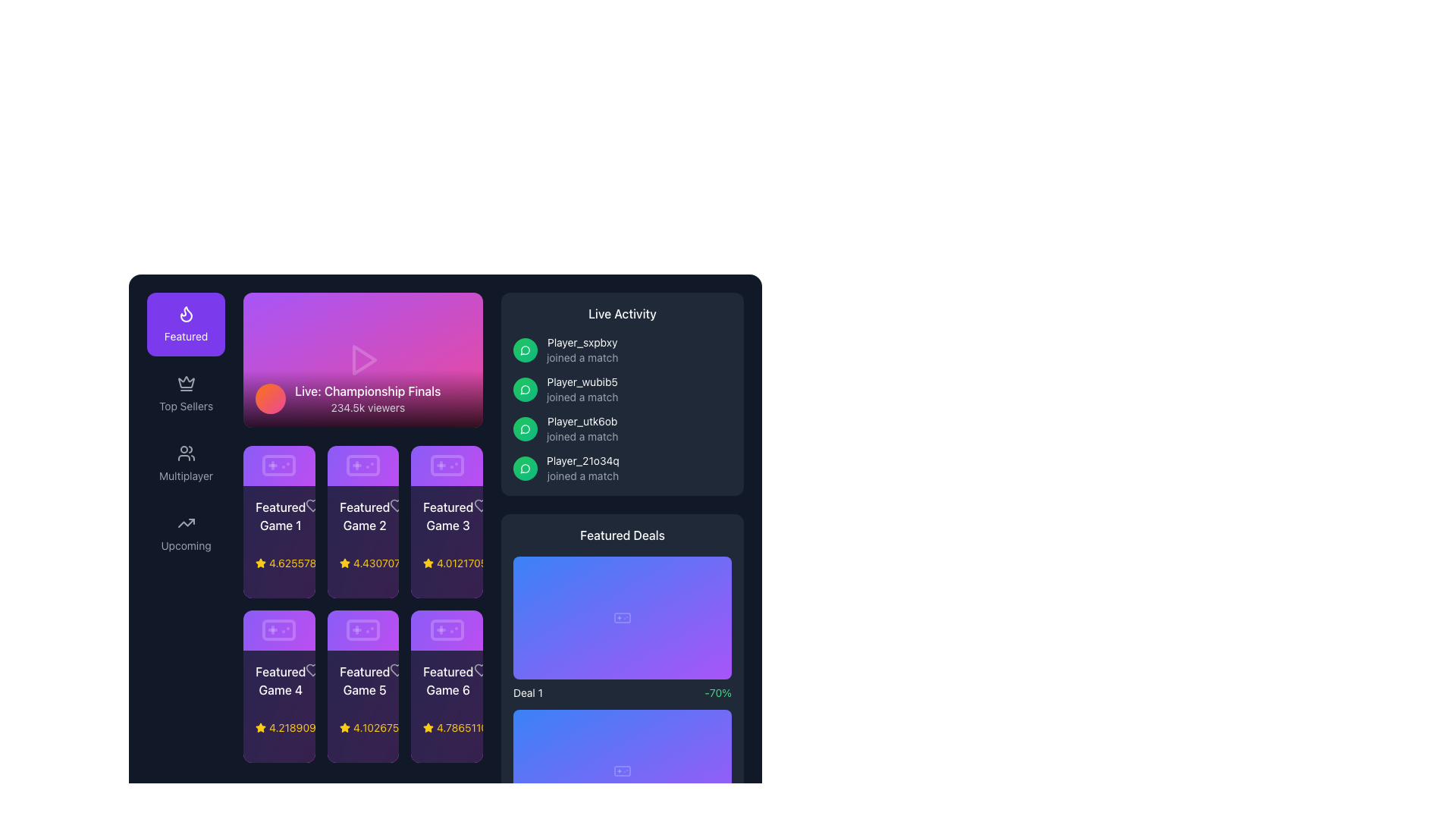  I want to click on the star in the rating indicator for 'Featured Game 2', so click(397, 563).